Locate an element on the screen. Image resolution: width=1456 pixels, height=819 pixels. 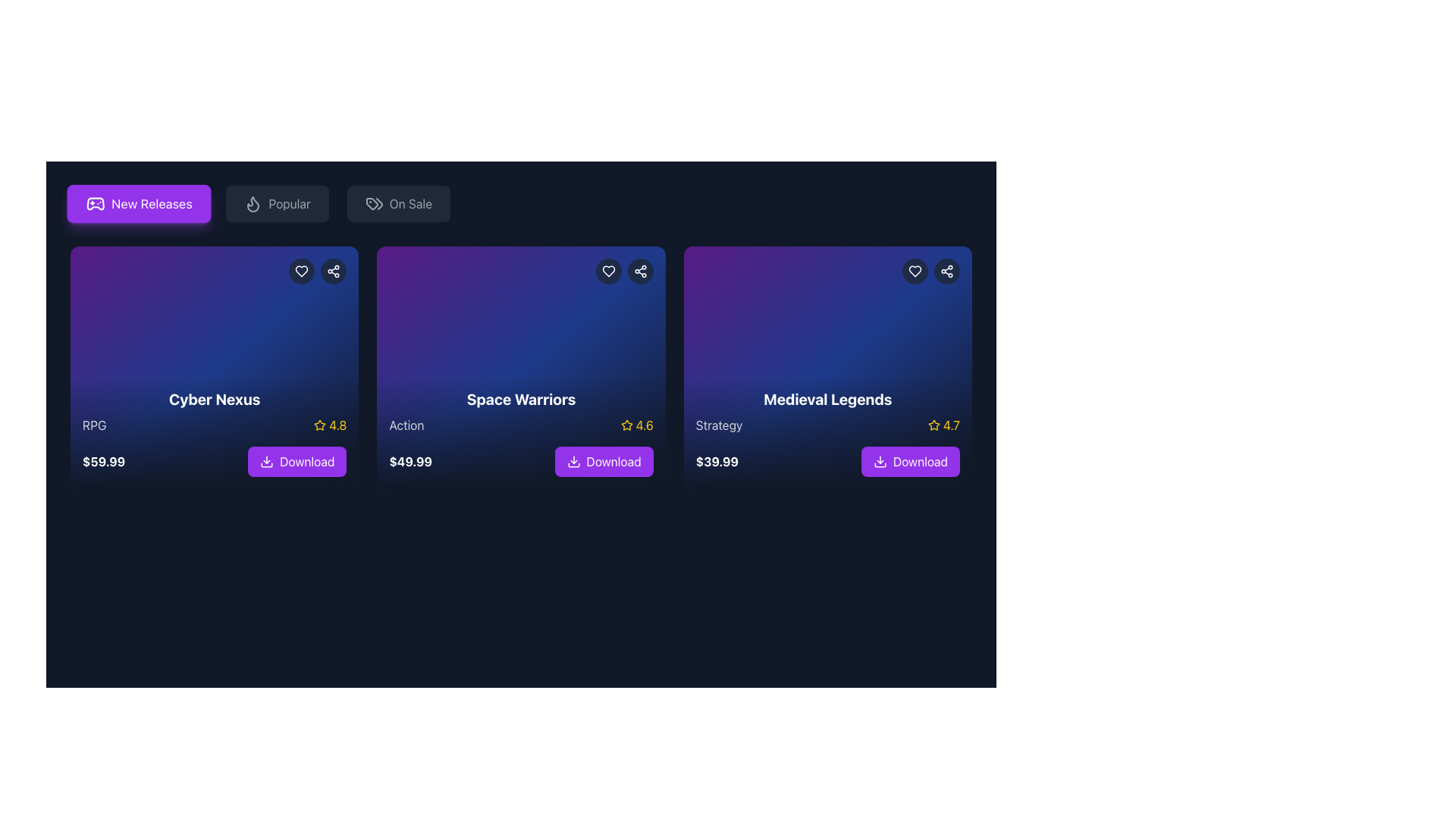
the 'New Releases' button, which is the first button in the horizontal row of navigation controls located at the upper left corner of the interface, to possibly see a tooltip or visual feedback is located at coordinates (139, 203).